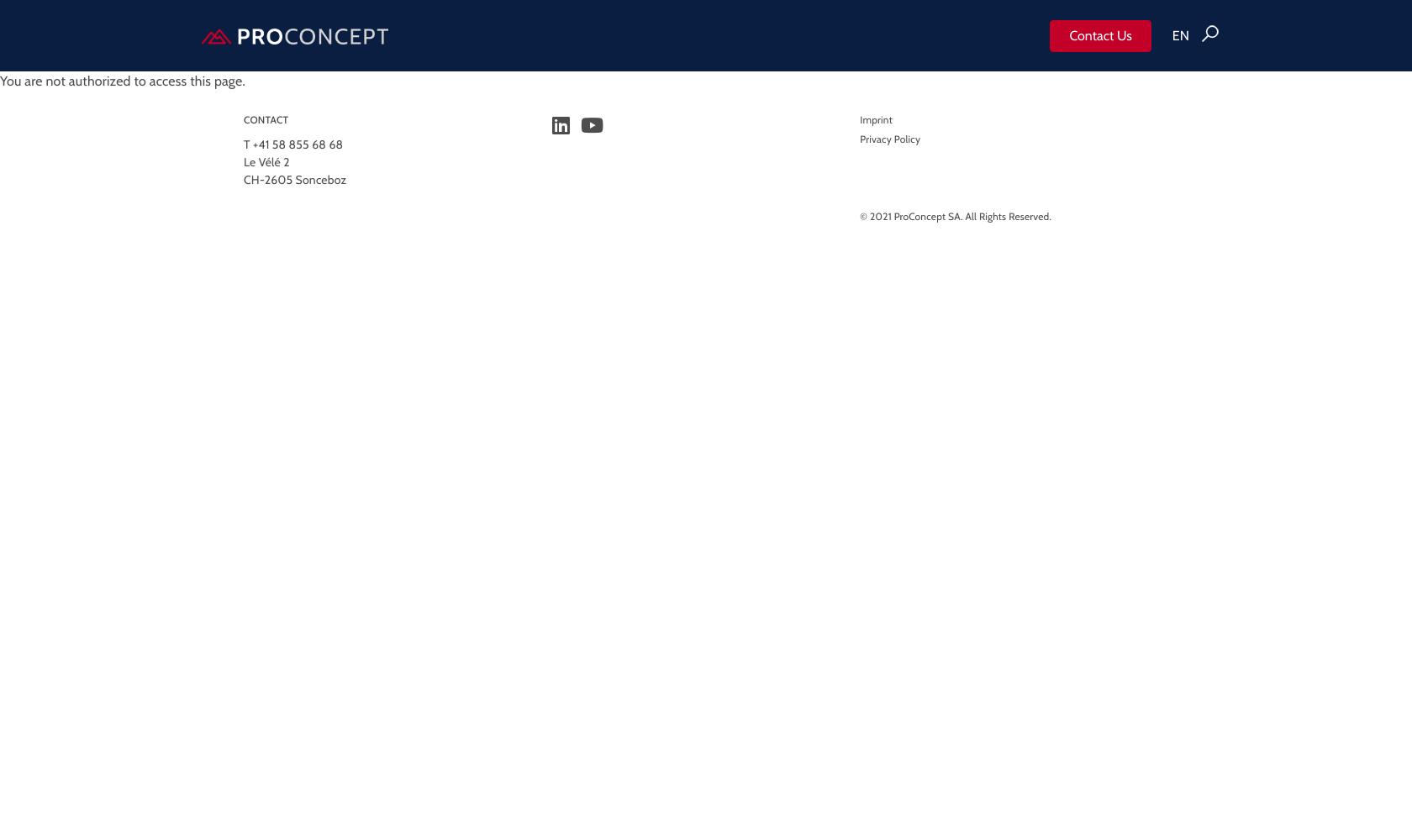 This screenshot has height=840, width=1412. Describe the element at coordinates (292, 144) in the screenshot. I see `'T +41 58 855 68 68'` at that location.